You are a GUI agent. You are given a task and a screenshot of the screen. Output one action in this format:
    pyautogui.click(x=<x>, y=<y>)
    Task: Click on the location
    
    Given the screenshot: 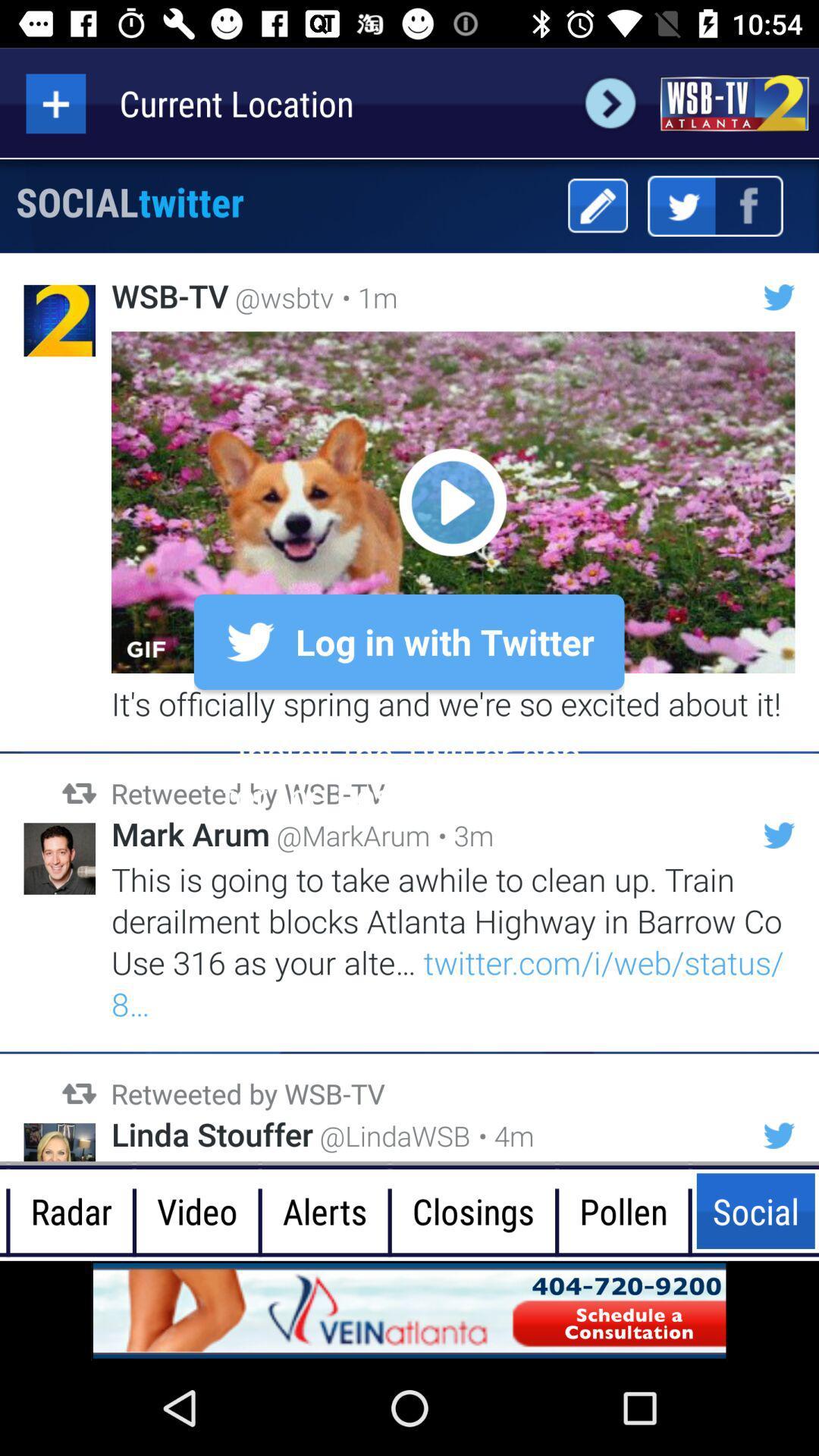 What is the action you would take?
    pyautogui.click(x=55, y=102)
    